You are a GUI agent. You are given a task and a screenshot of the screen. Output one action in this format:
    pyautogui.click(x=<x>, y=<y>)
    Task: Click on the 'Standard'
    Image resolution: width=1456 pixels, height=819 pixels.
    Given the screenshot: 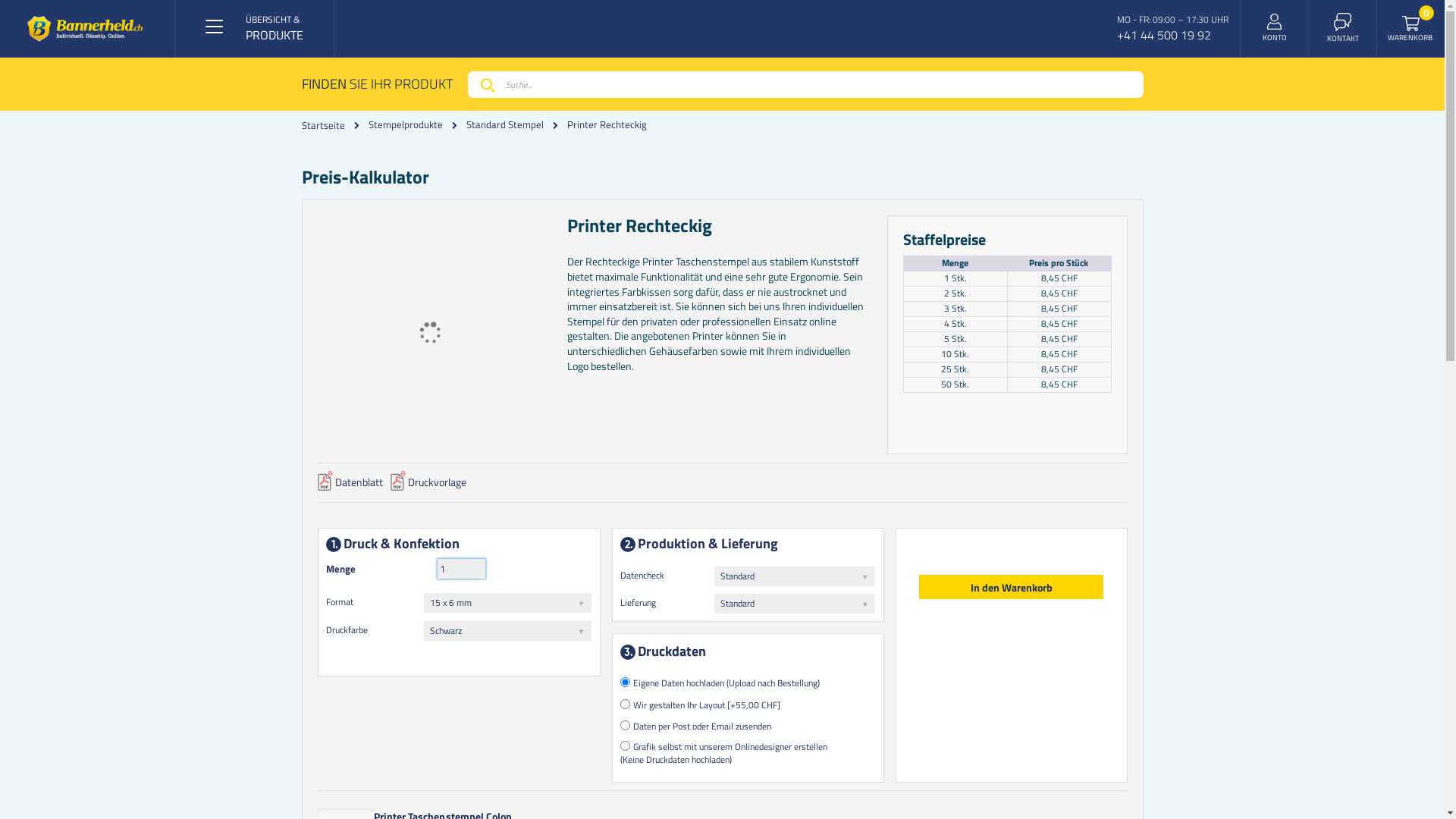 What is the action you would take?
    pyautogui.click(x=793, y=576)
    